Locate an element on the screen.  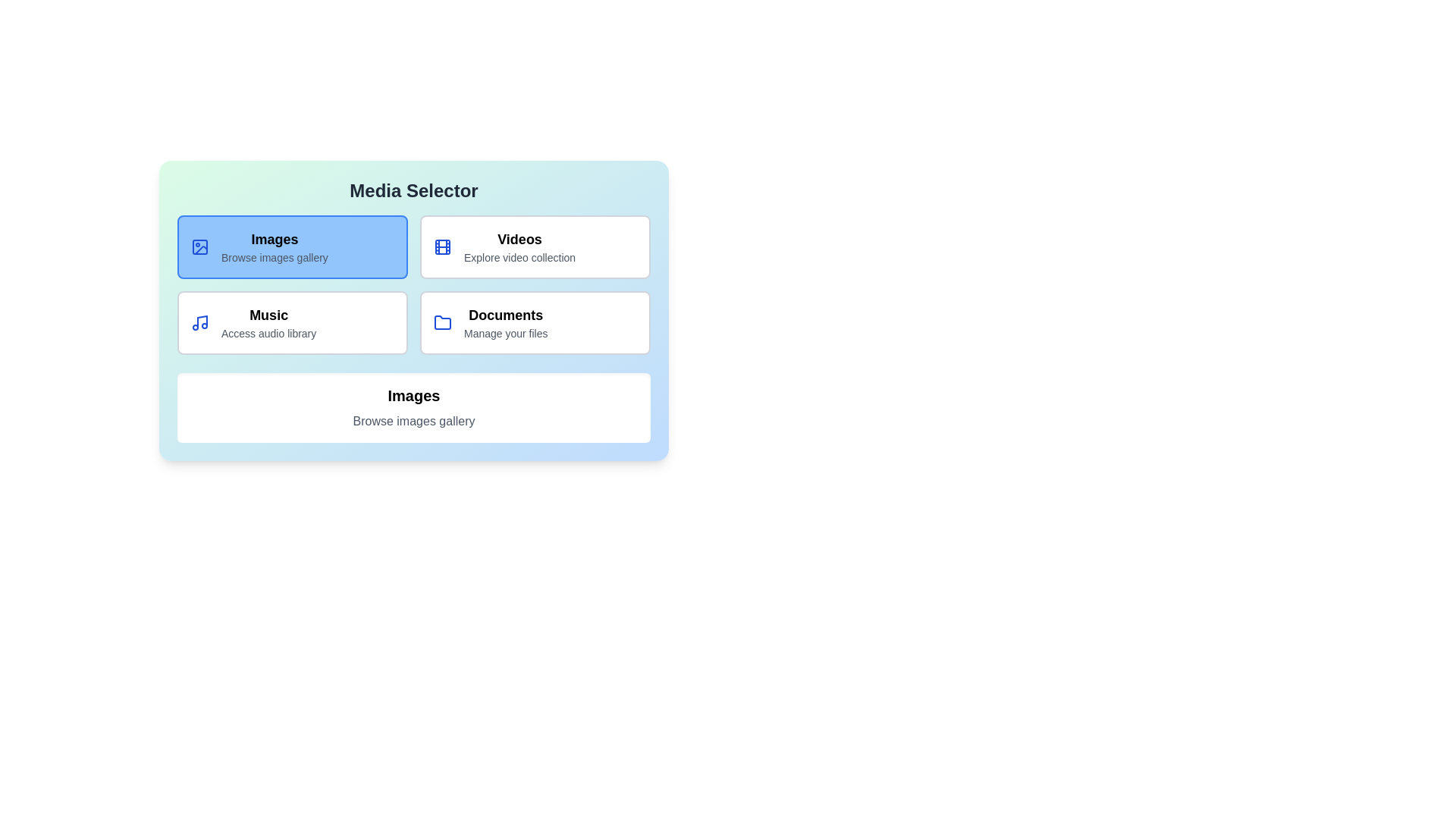
the media type Videos to view its description is located at coordinates (535, 246).